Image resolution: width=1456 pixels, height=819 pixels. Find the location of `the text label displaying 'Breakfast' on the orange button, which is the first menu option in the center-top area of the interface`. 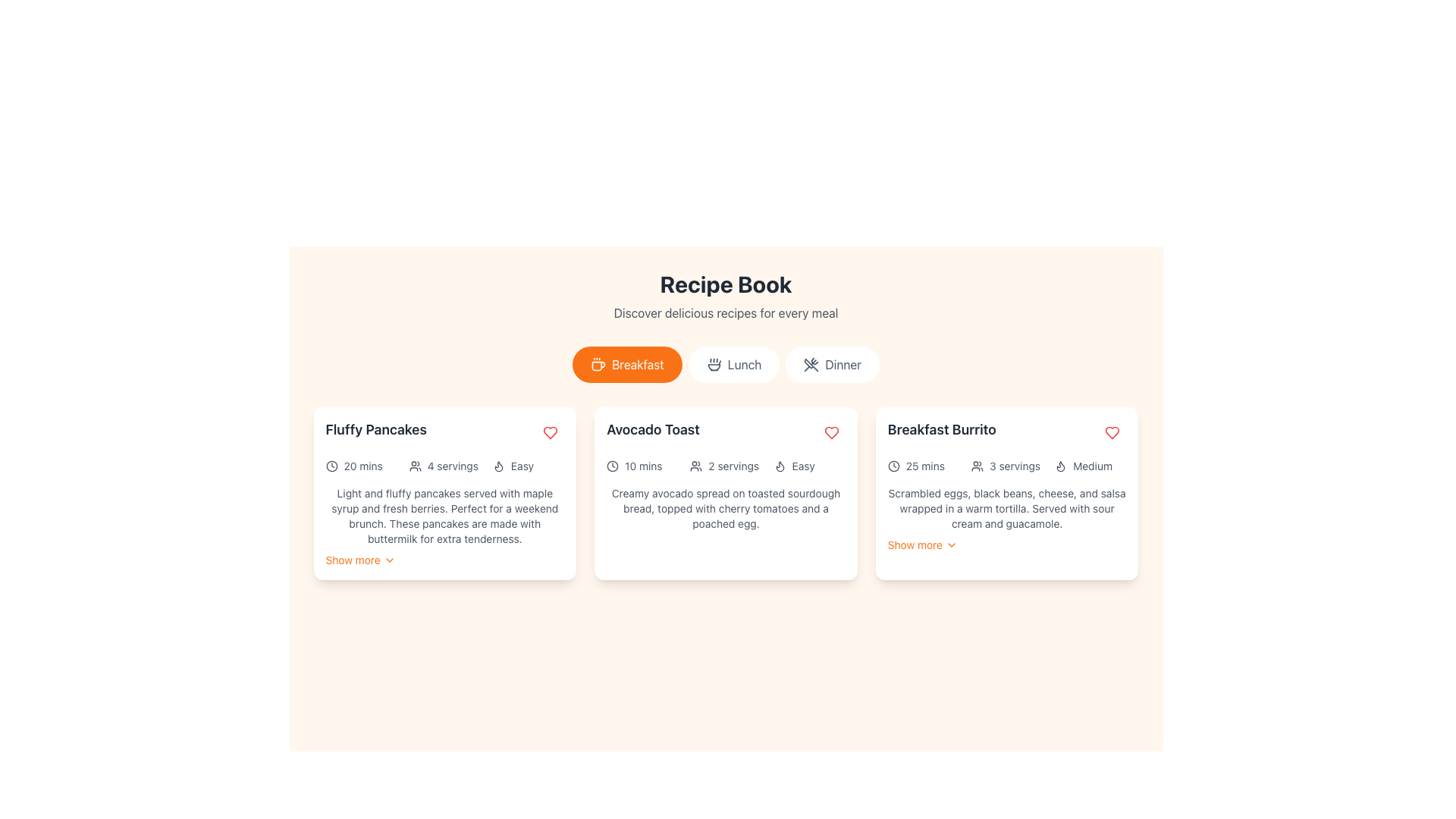

the text label displaying 'Breakfast' on the orange button, which is the first menu option in the center-top area of the interface is located at coordinates (638, 365).